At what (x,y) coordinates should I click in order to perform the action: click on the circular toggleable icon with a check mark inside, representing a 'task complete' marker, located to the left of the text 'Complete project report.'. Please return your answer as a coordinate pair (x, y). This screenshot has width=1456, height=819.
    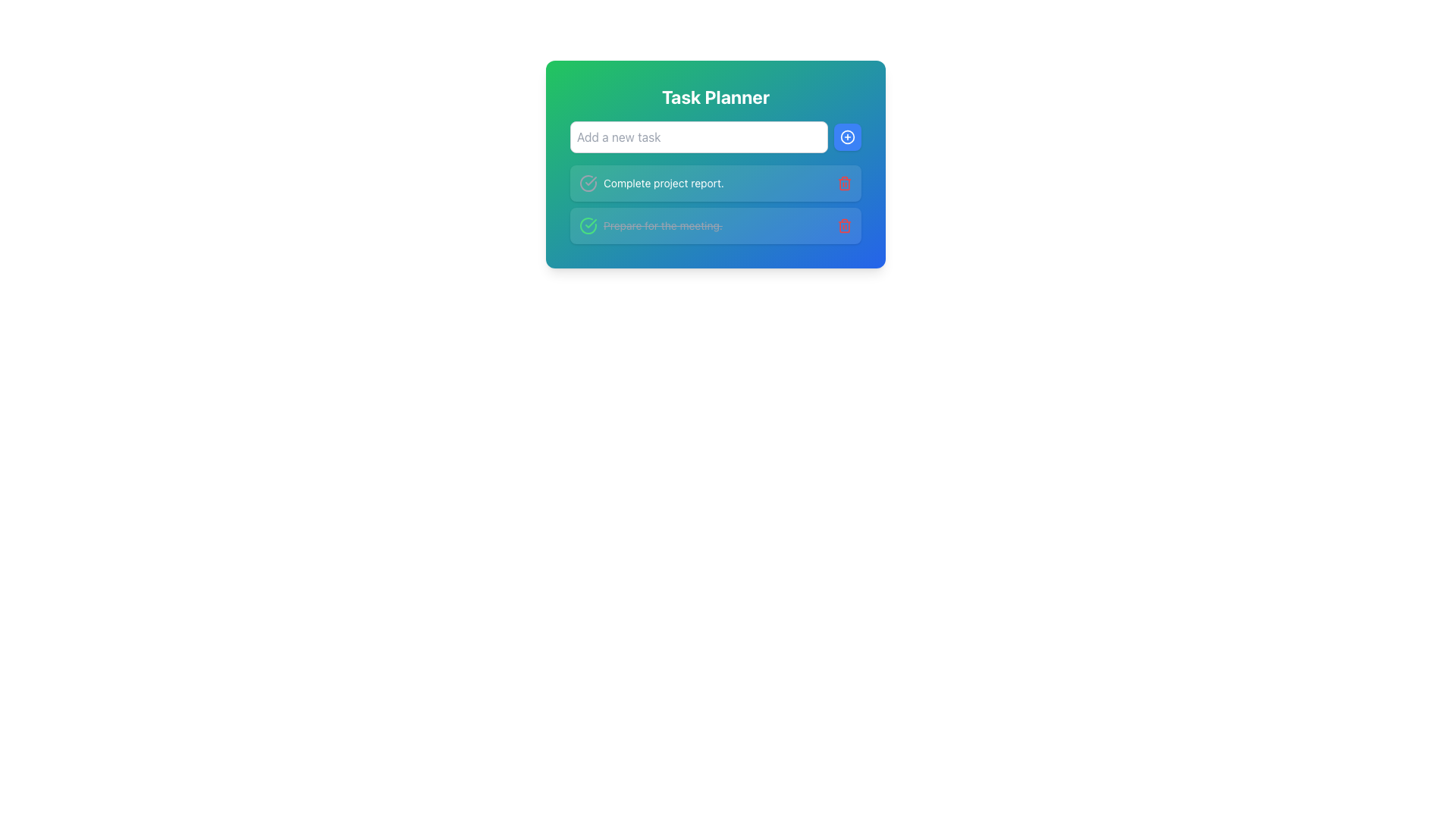
    Looking at the image, I should click on (588, 183).